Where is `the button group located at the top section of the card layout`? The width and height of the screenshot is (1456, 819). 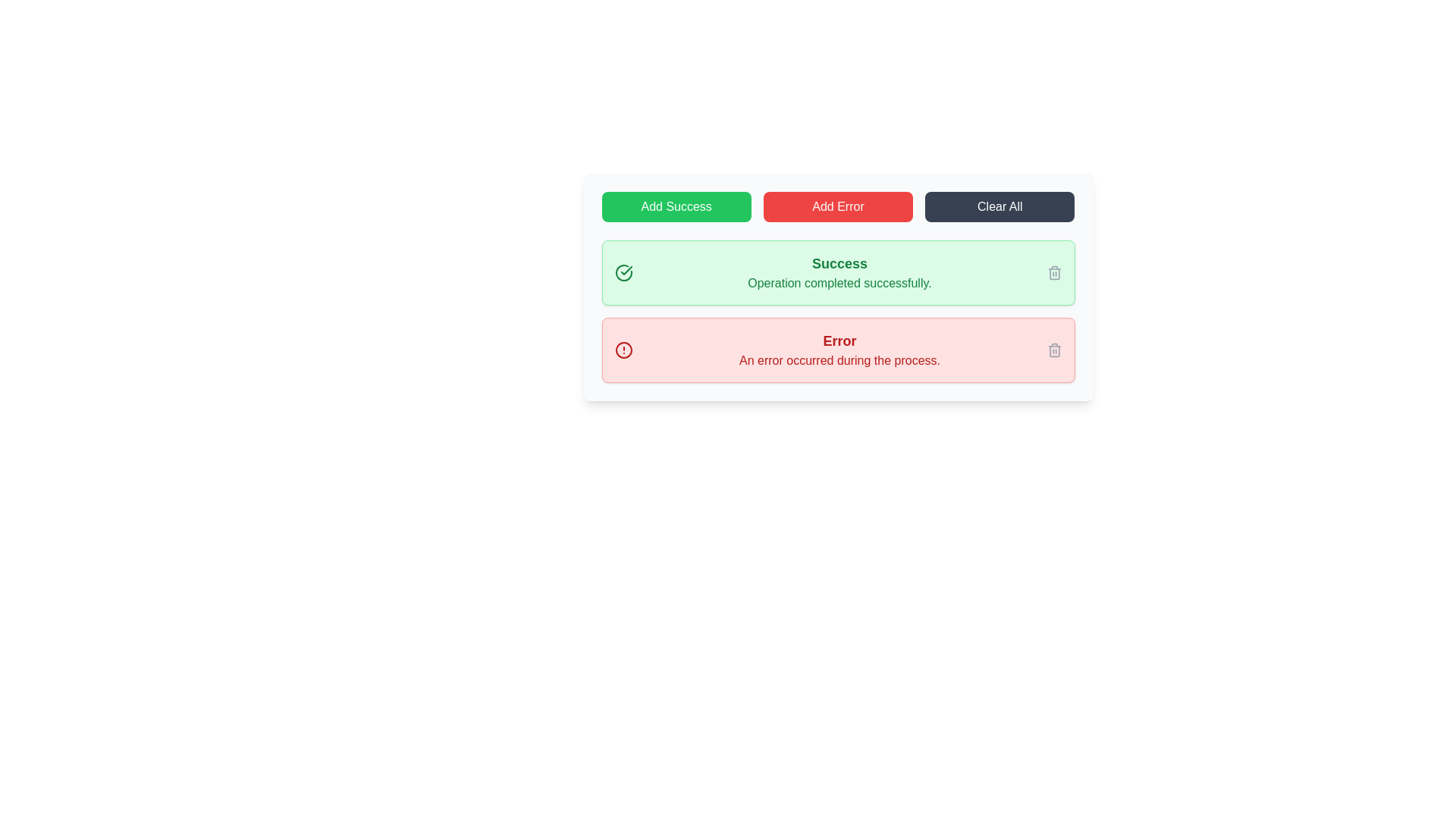 the button group located at the top section of the card layout is located at coordinates (837, 207).